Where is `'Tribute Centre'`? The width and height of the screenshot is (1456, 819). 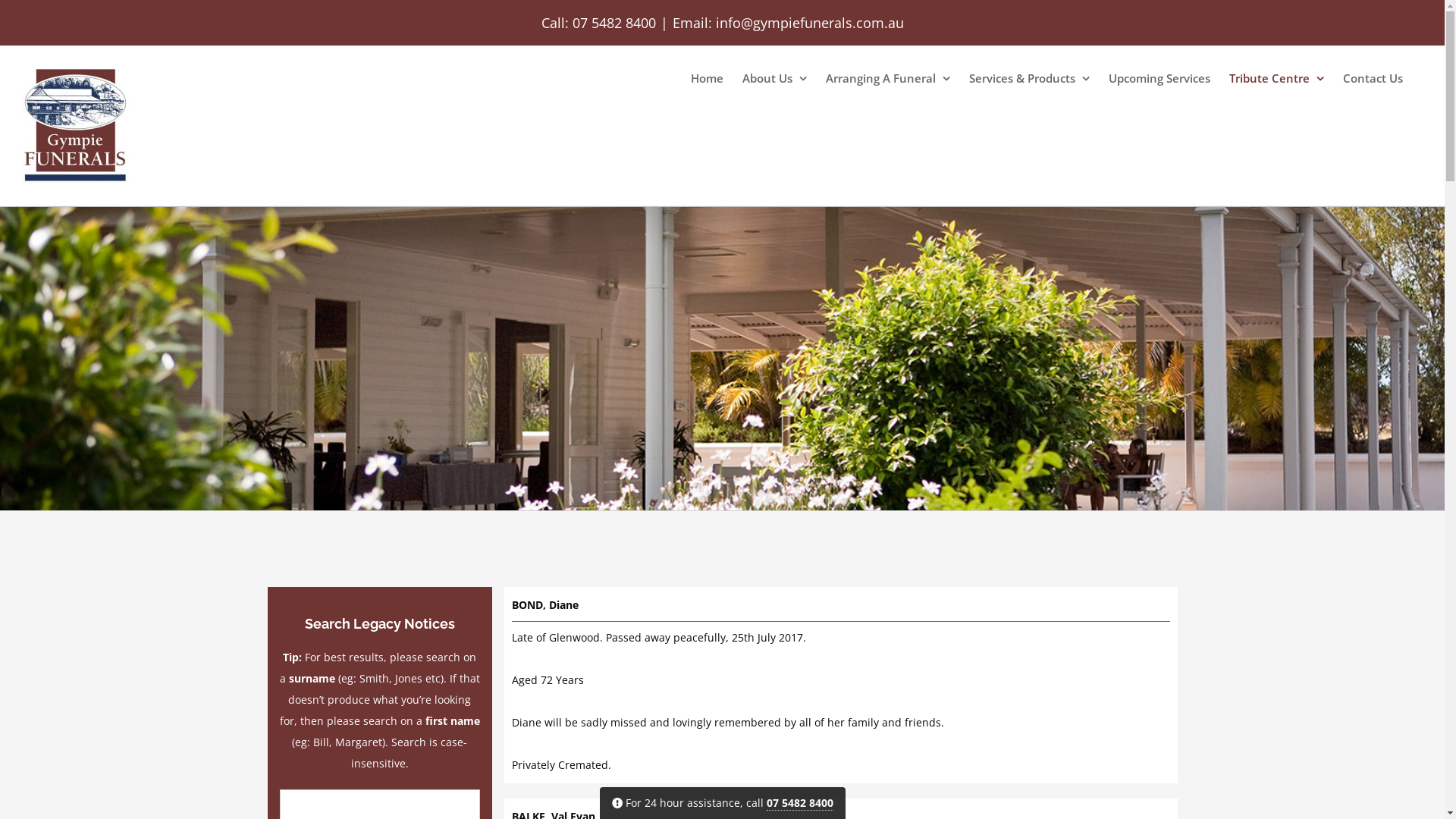
'Tribute Centre' is located at coordinates (1276, 78).